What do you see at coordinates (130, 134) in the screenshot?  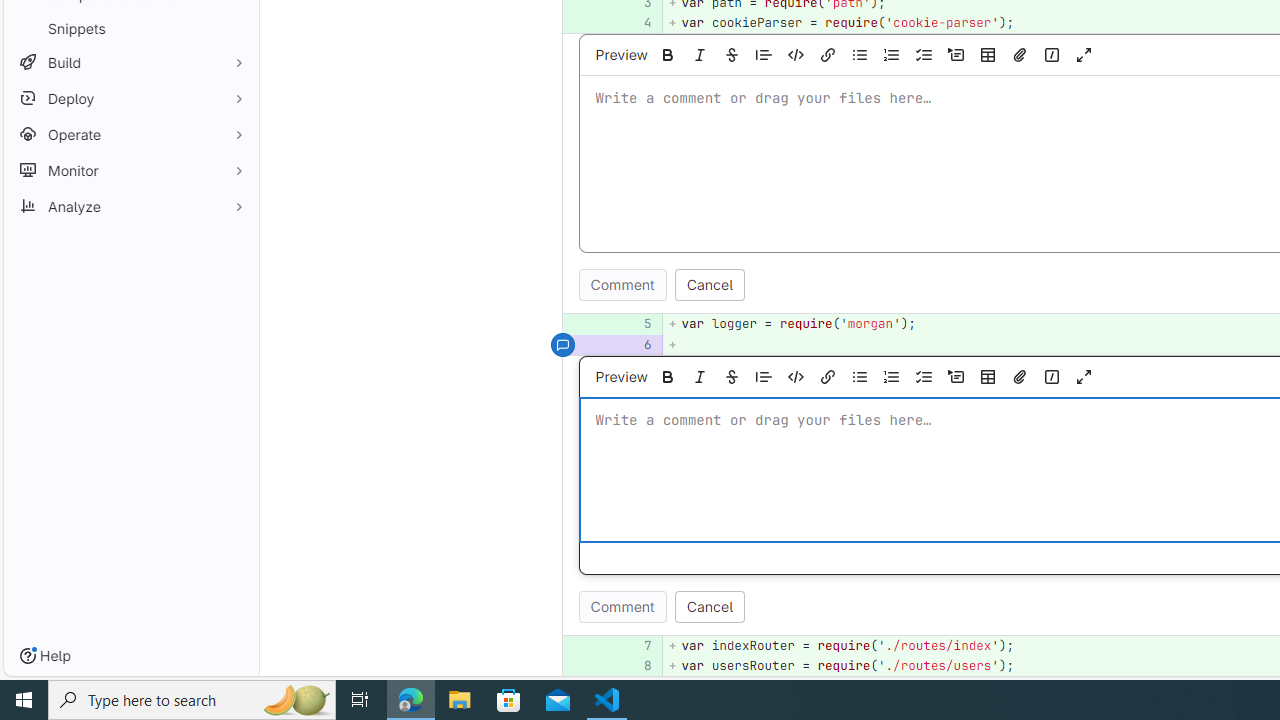 I see `'Operate'` at bounding box center [130, 134].